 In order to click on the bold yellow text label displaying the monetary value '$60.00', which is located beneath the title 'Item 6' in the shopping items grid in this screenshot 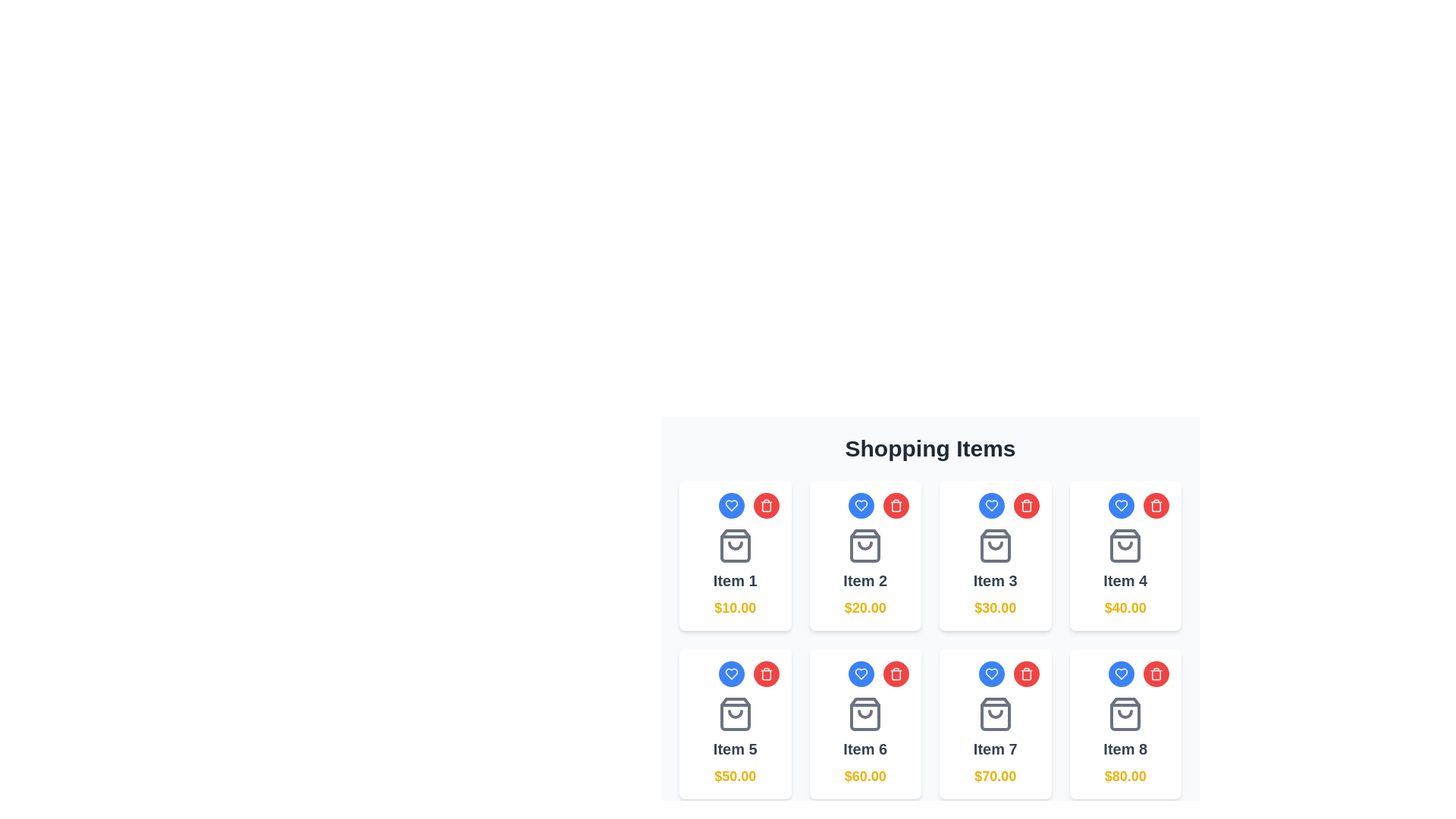, I will do `click(865, 776)`.